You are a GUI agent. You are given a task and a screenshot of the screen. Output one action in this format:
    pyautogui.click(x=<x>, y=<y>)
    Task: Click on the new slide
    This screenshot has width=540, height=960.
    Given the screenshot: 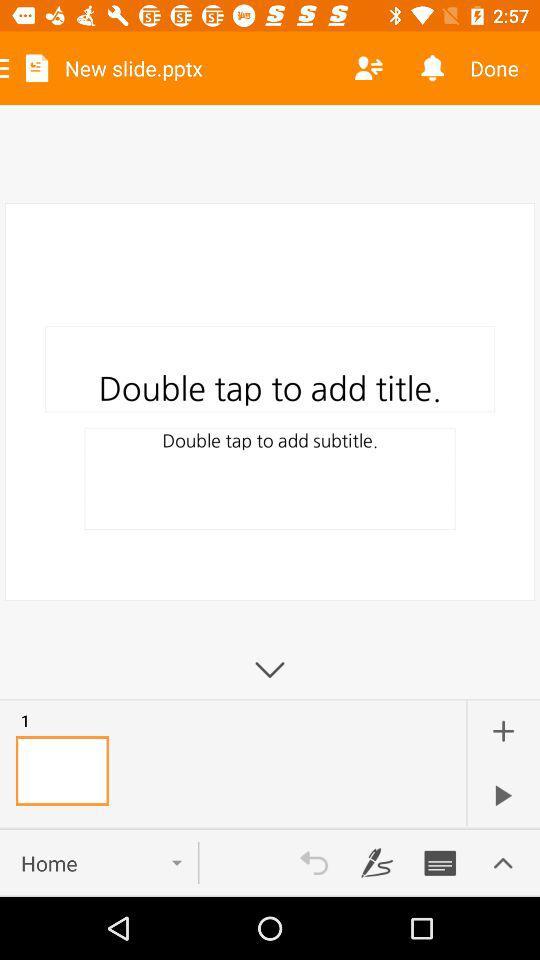 What is the action you would take?
    pyautogui.click(x=502, y=730)
    